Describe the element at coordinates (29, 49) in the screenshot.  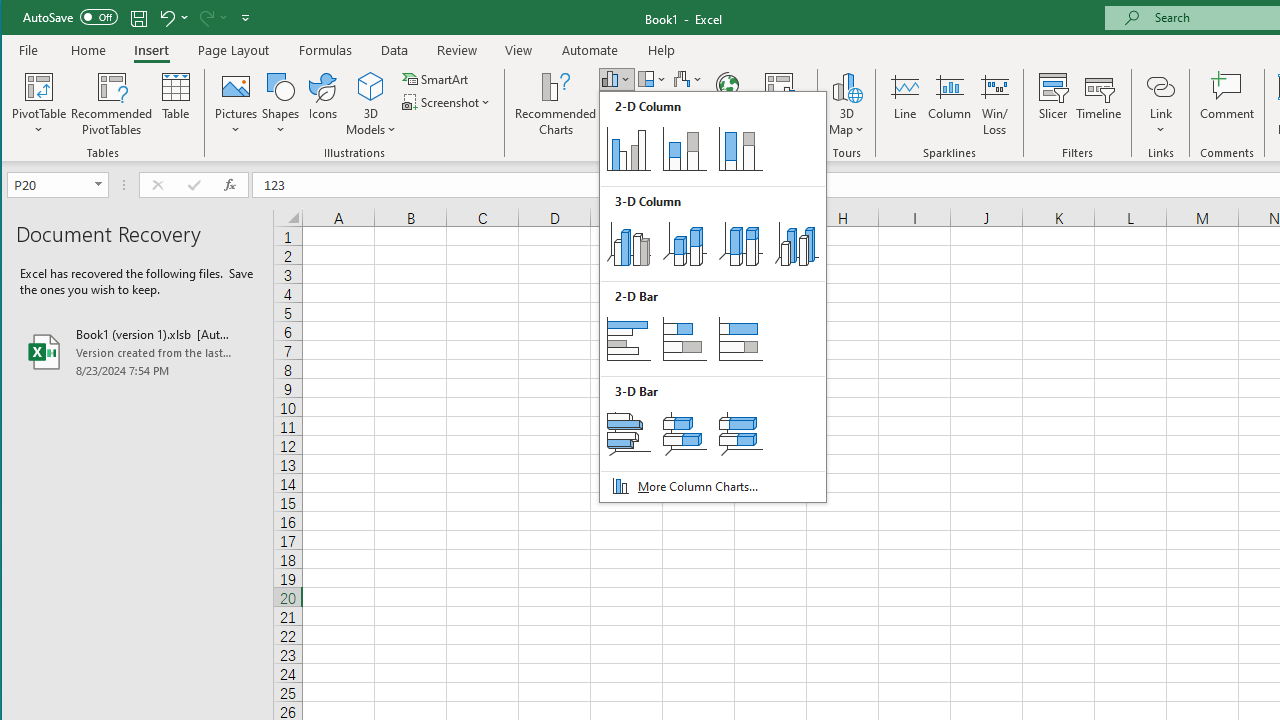
I see `'File Tab'` at that location.